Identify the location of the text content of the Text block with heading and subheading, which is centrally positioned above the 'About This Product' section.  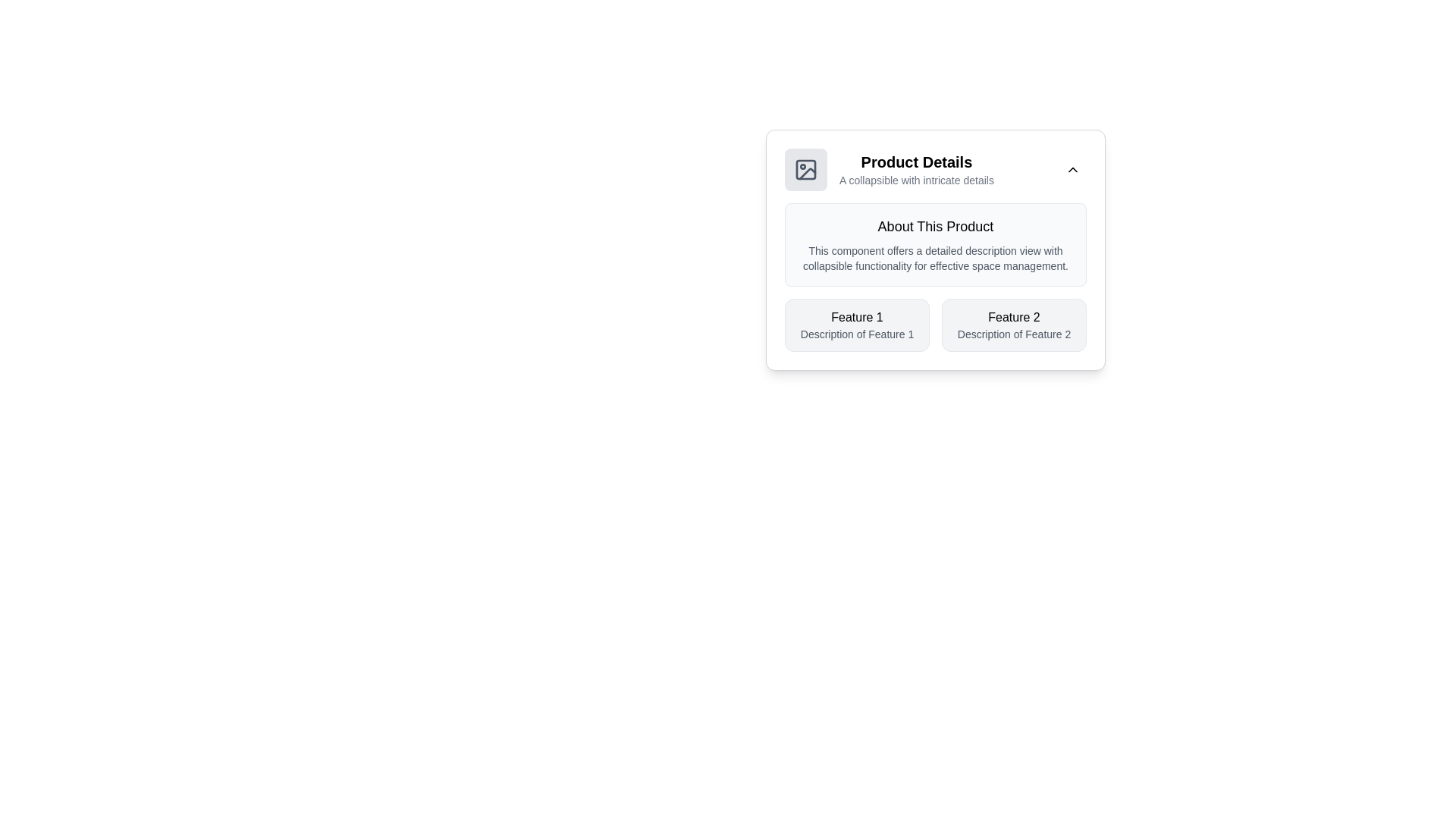
(916, 169).